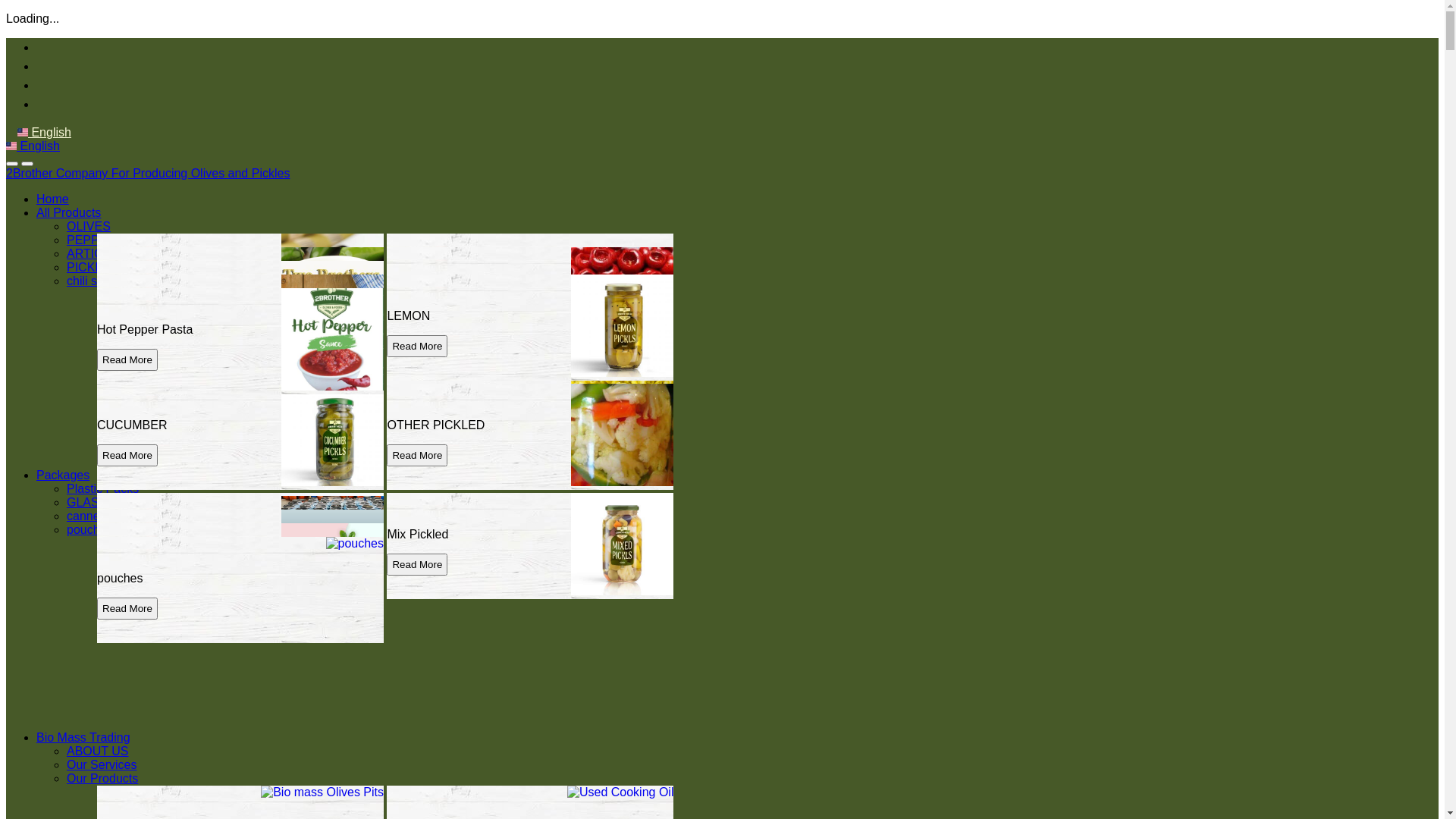  Describe the element at coordinates (239, 436) in the screenshot. I see `'CUCUMBER` at that location.